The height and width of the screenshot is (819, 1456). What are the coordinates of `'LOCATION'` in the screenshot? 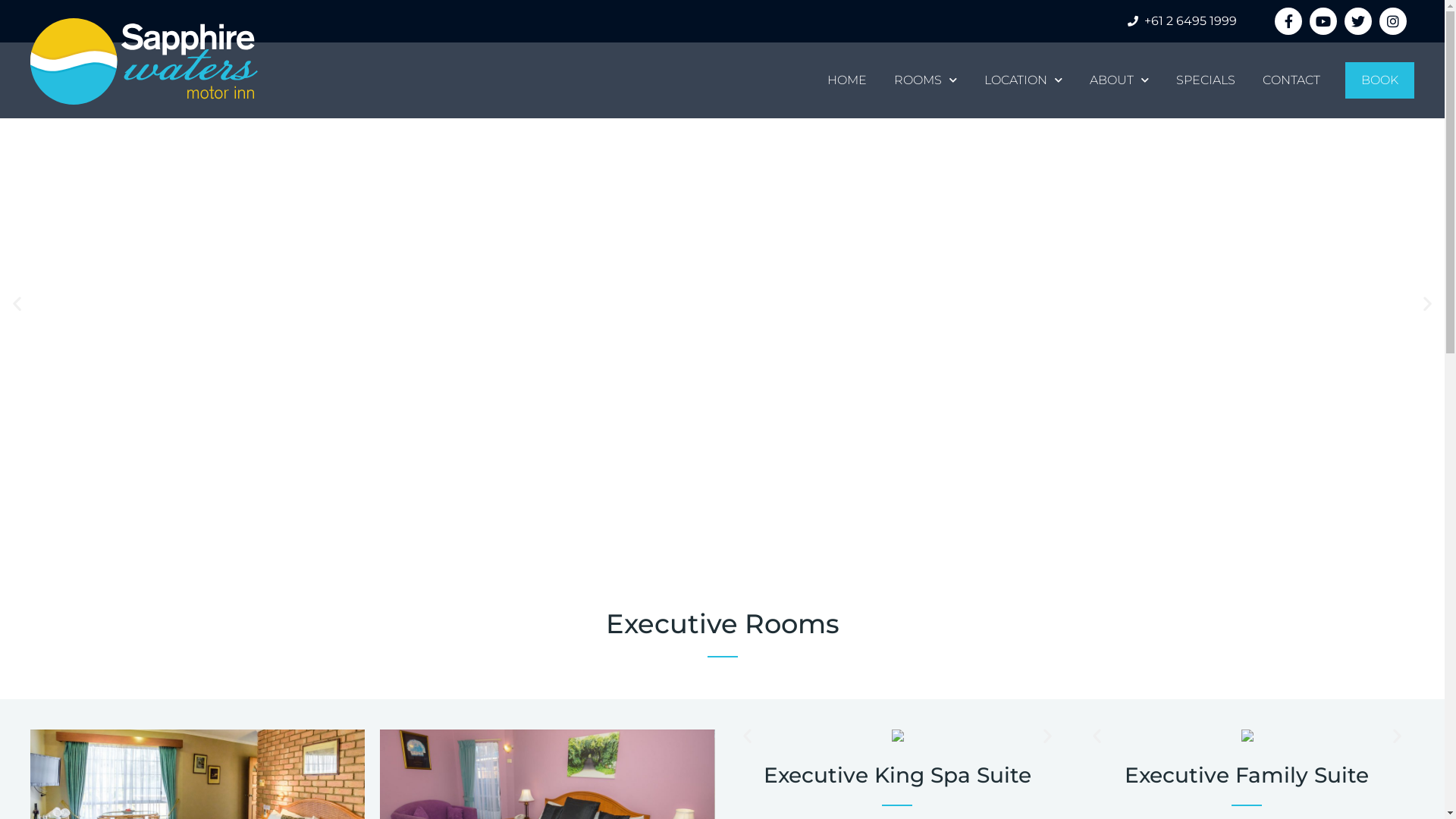 It's located at (1023, 80).